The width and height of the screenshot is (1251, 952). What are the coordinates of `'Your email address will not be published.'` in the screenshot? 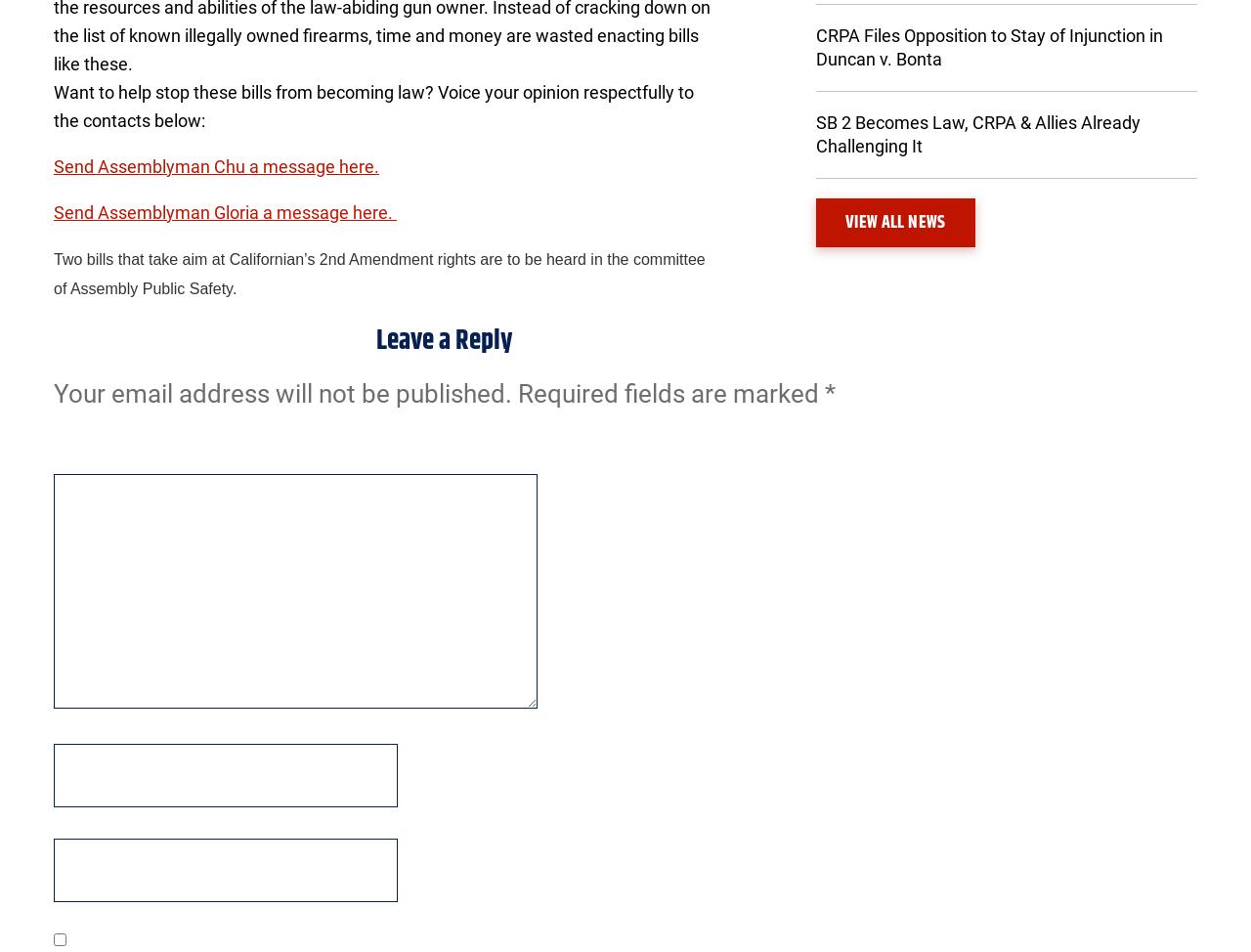 It's located at (281, 392).